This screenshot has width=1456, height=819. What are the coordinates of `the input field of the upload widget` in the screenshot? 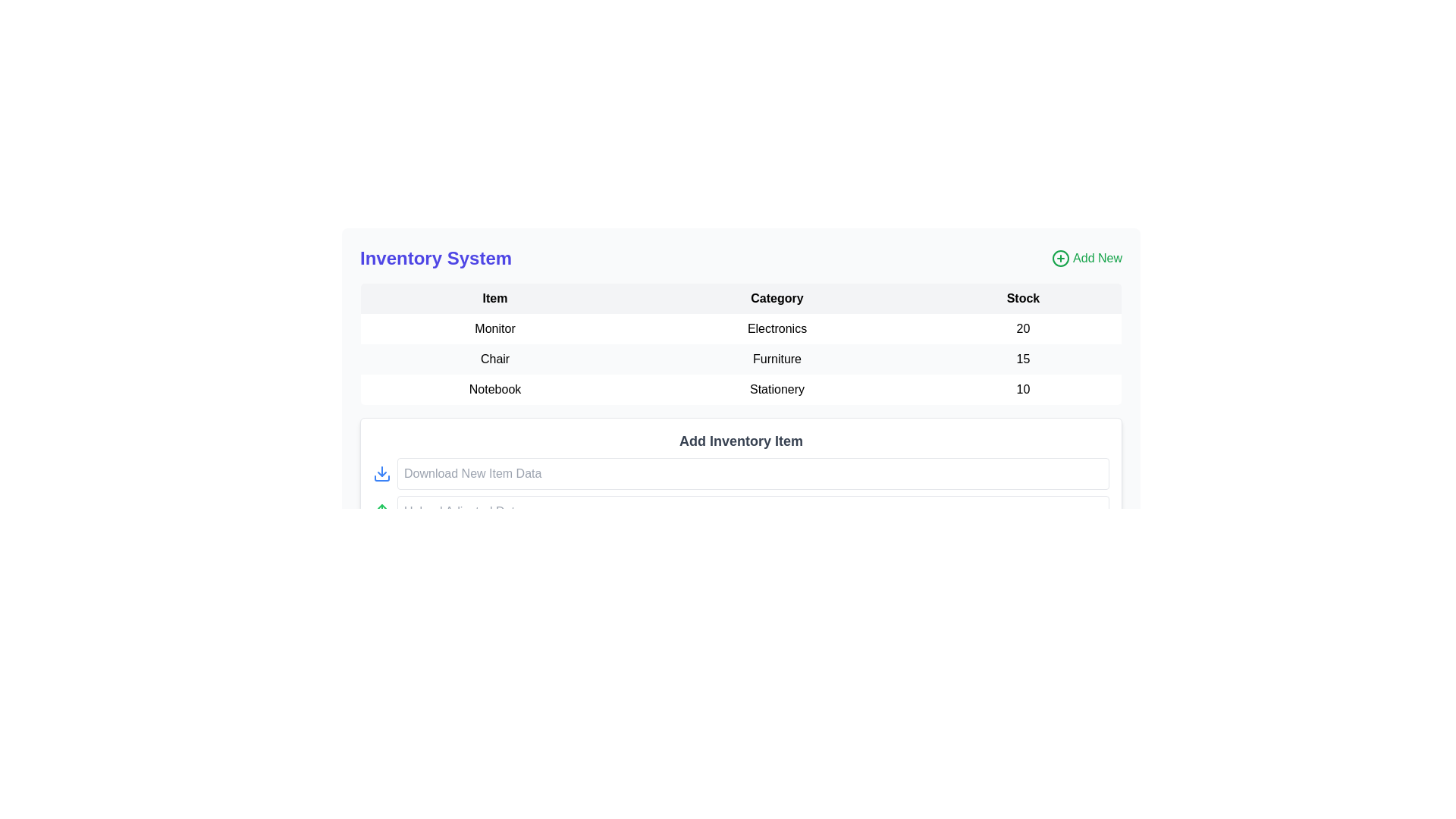 It's located at (741, 512).